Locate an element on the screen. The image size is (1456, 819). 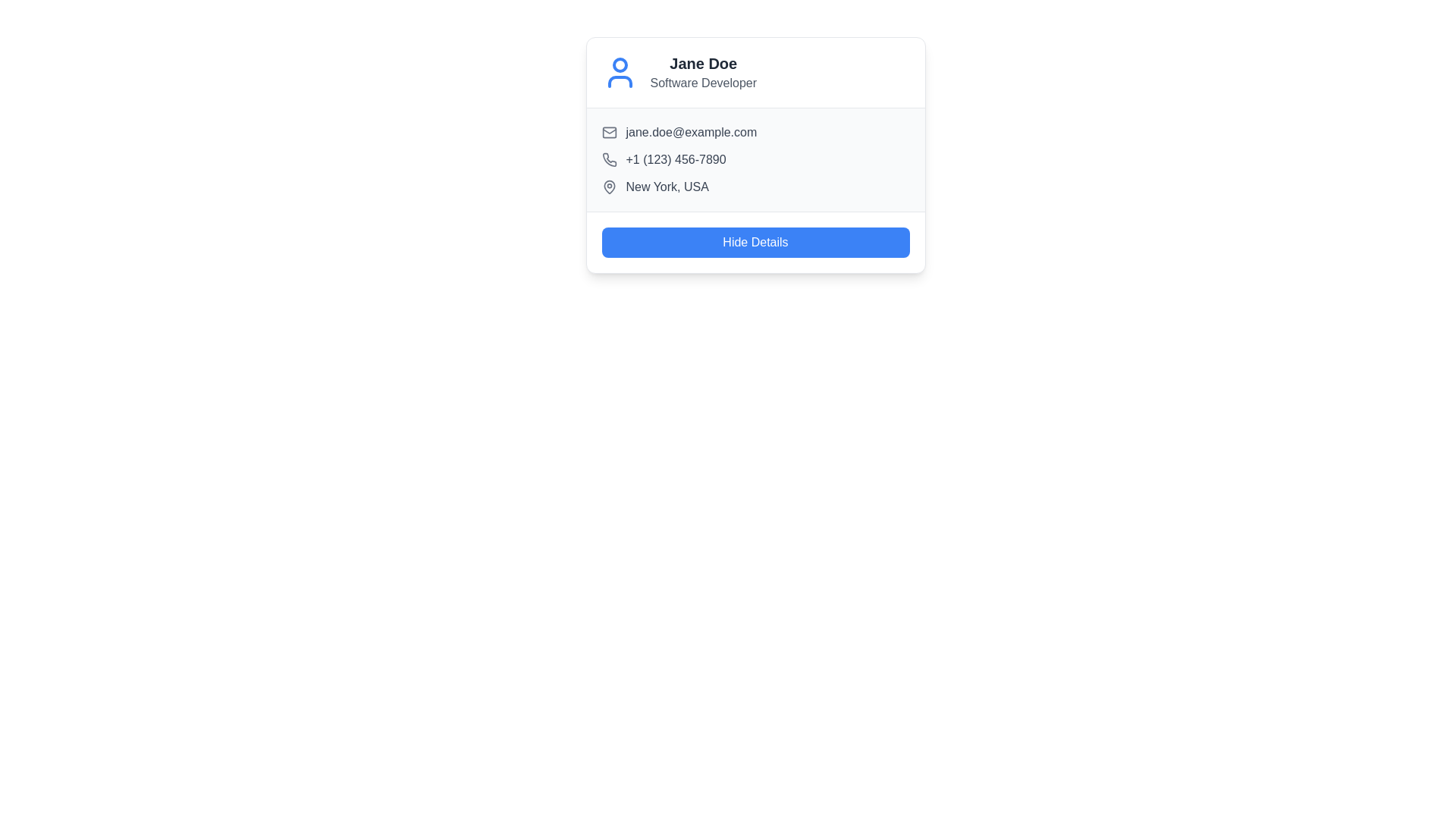
pin icon located in the middle-right section of the card component, which visually represents the user's address information, by performing a right-click action is located at coordinates (609, 186).